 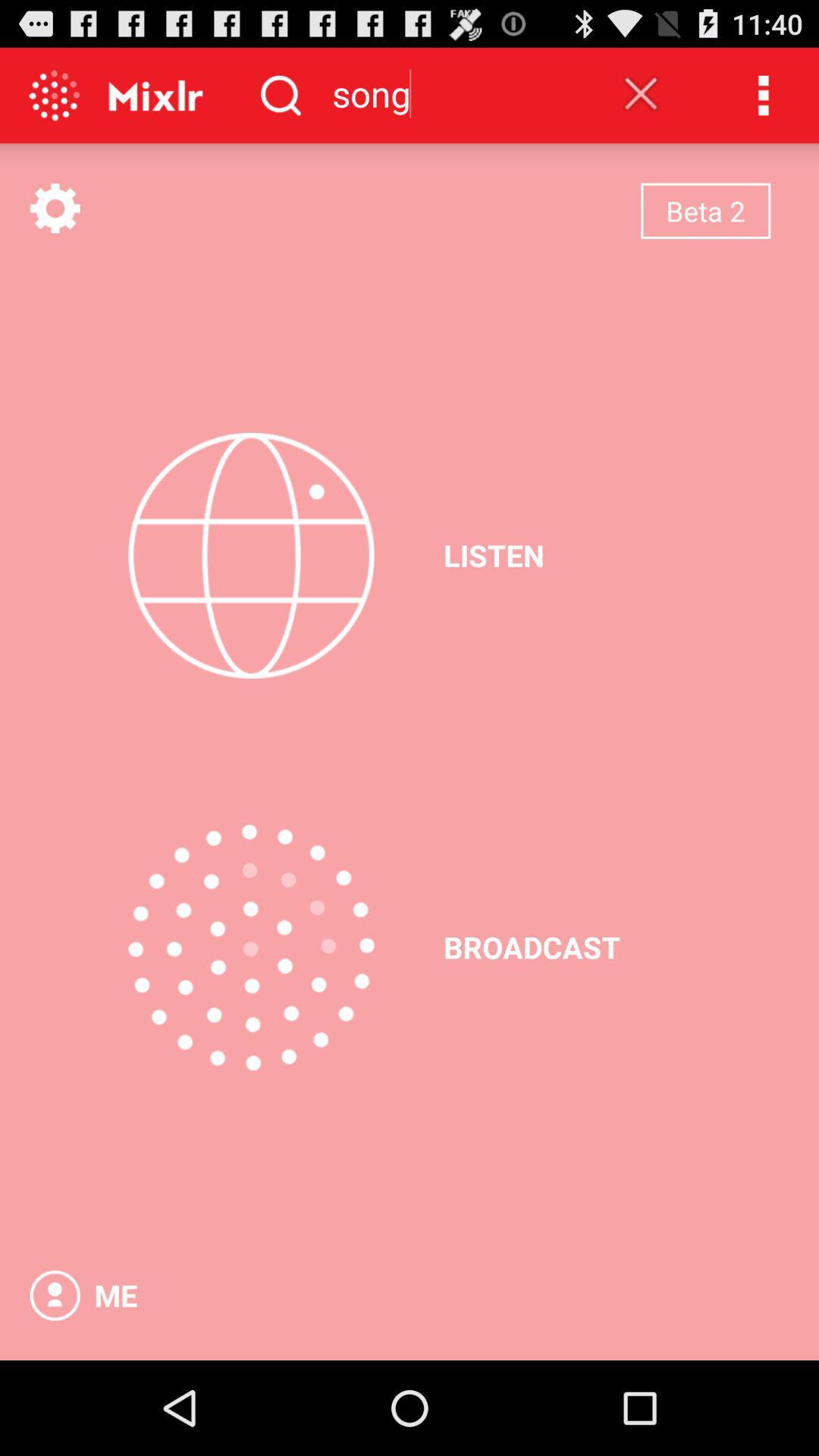 I want to click on the settings icon, so click(x=54, y=221).